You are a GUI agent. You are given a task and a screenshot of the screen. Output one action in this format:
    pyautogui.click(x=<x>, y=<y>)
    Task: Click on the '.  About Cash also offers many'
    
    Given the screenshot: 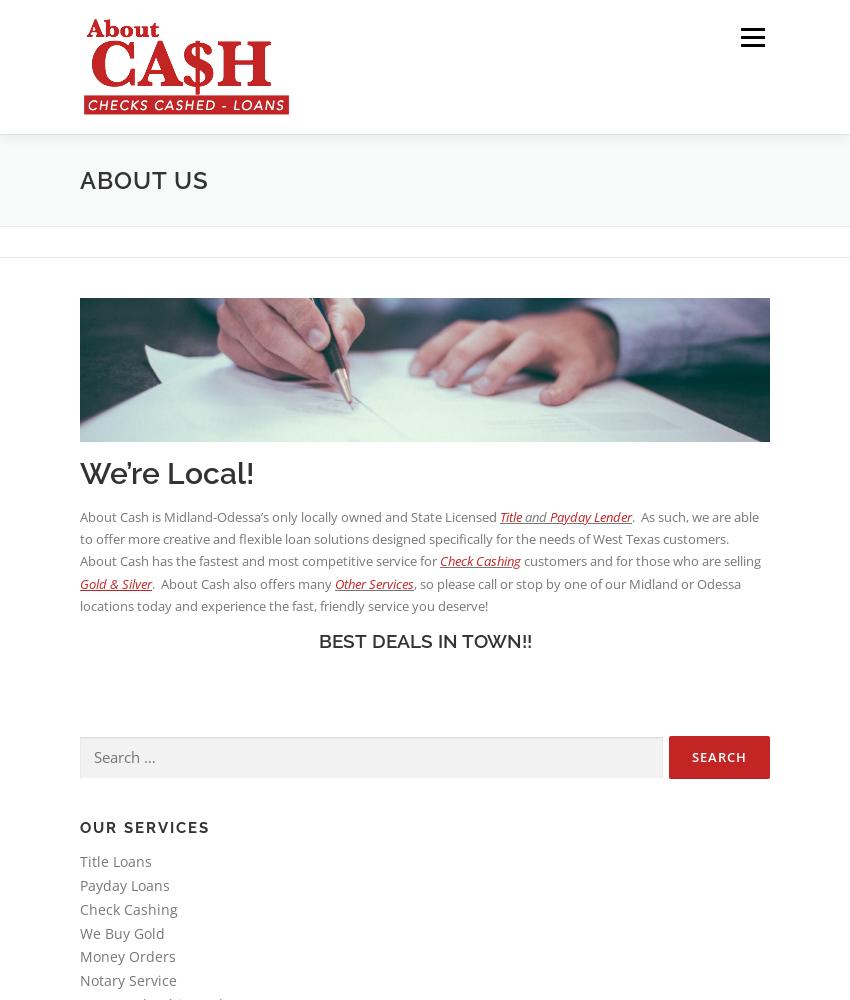 What is the action you would take?
    pyautogui.click(x=243, y=582)
    